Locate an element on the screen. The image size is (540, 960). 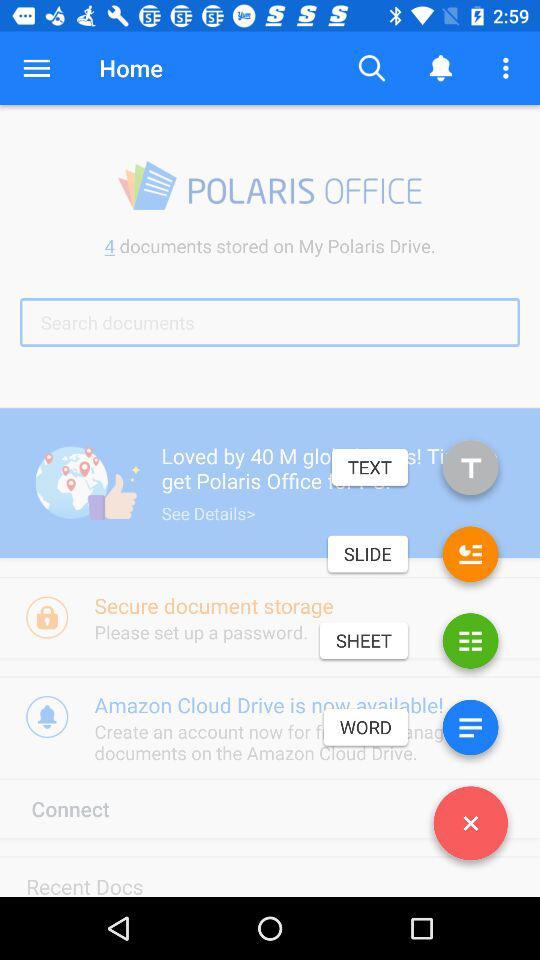
open word is located at coordinates (470, 730).